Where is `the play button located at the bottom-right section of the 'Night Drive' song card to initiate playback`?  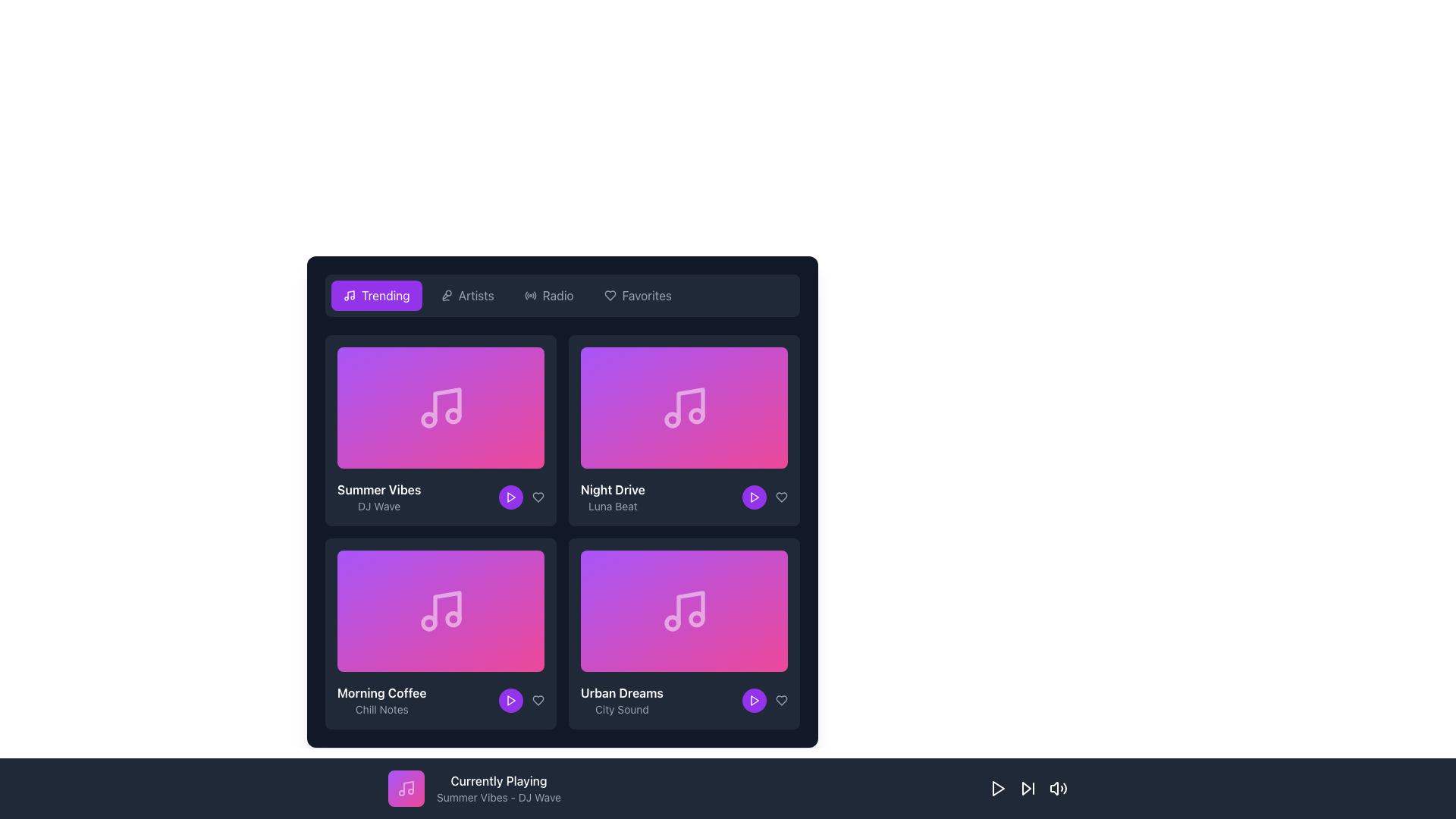
the play button located at the bottom-right section of the 'Night Drive' song card to initiate playback is located at coordinates (754, 497).